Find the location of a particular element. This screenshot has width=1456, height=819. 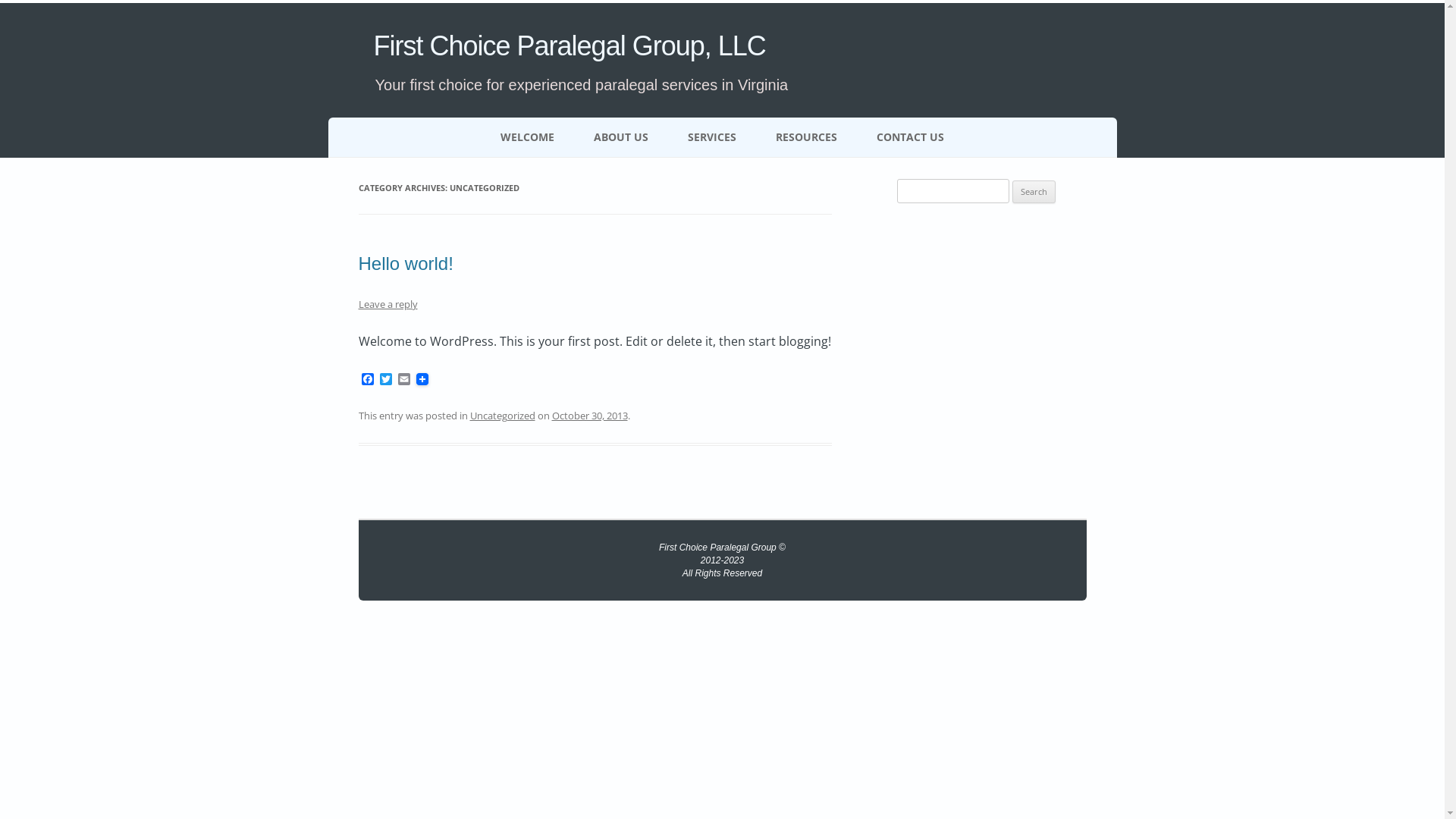

'Email' is located at coordinates (394, 379).